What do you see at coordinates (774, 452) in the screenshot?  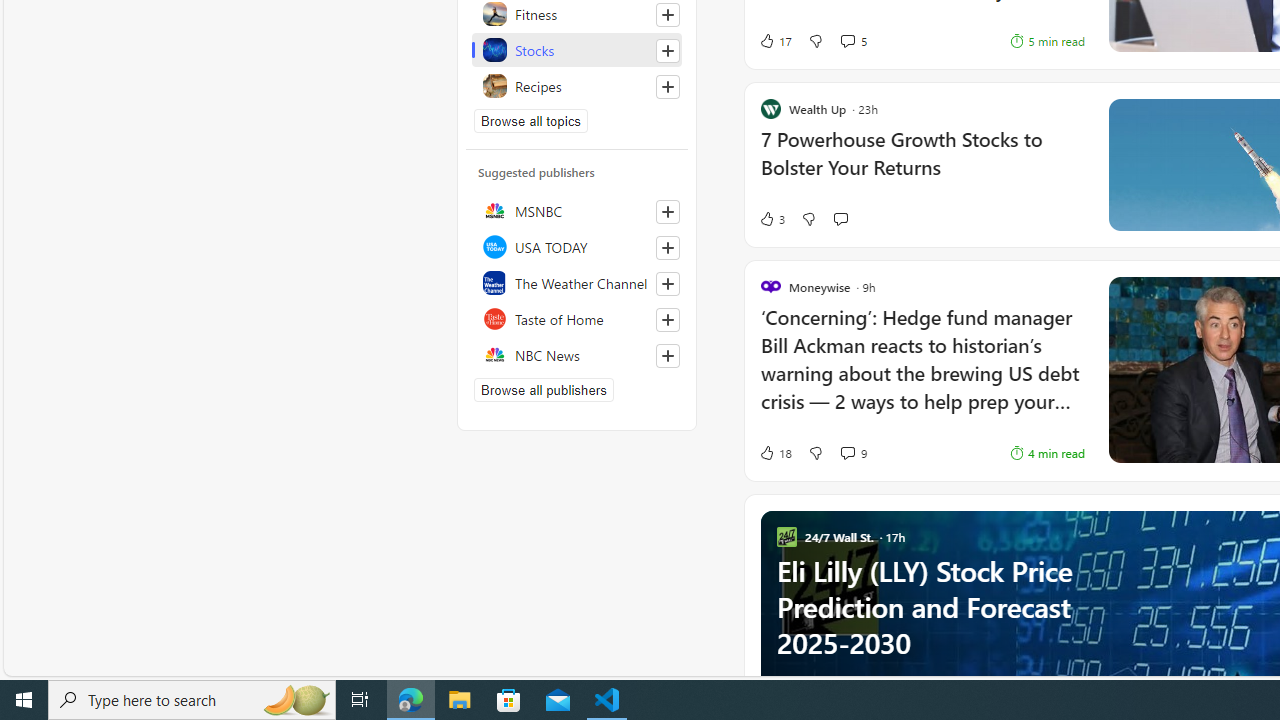 I see `'18 Like'` at bounding box center [774, 452].